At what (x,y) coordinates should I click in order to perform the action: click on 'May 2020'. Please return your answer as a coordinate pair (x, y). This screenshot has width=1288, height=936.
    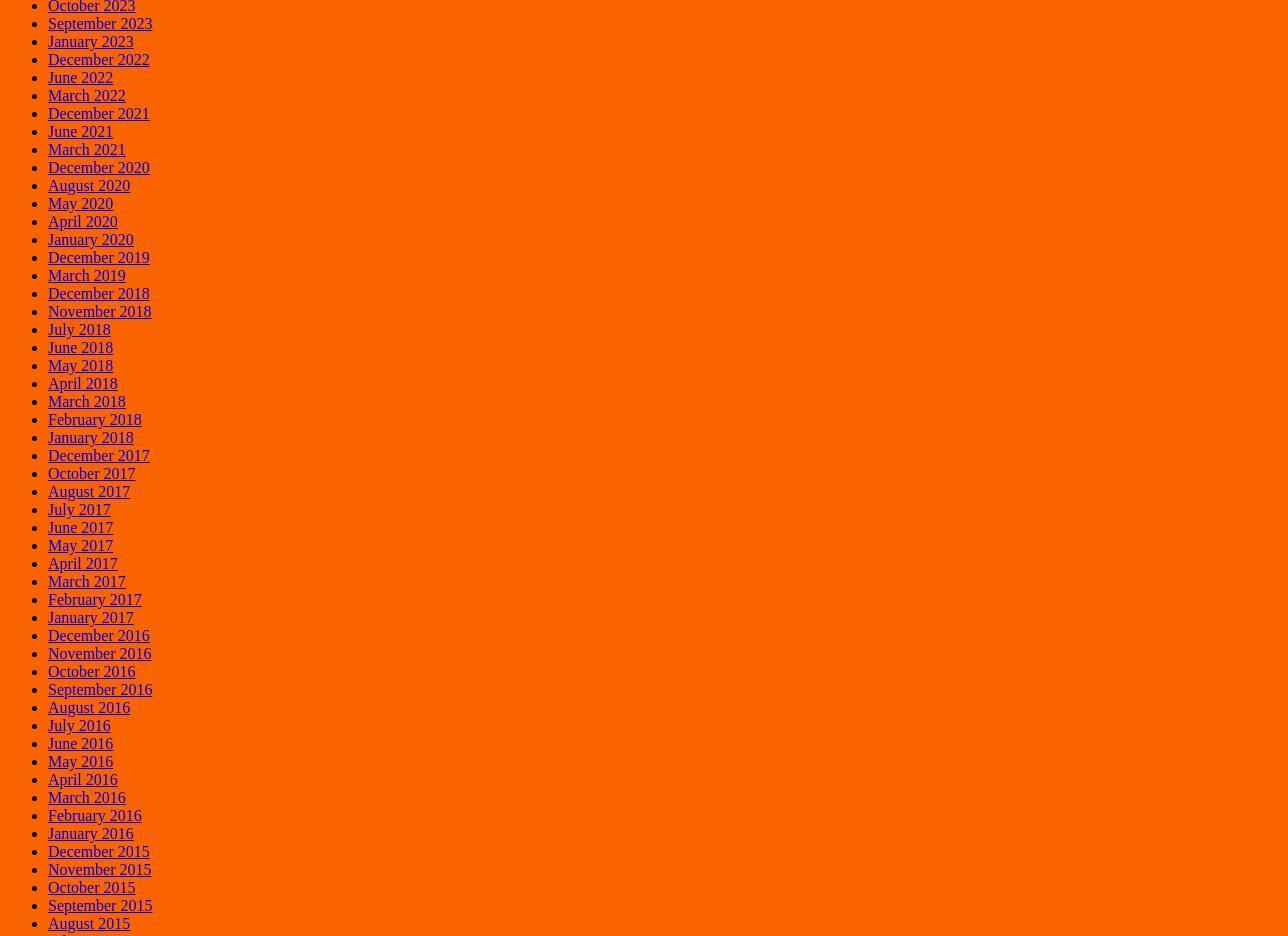
    Looking at the image, I should click on (80, 202).